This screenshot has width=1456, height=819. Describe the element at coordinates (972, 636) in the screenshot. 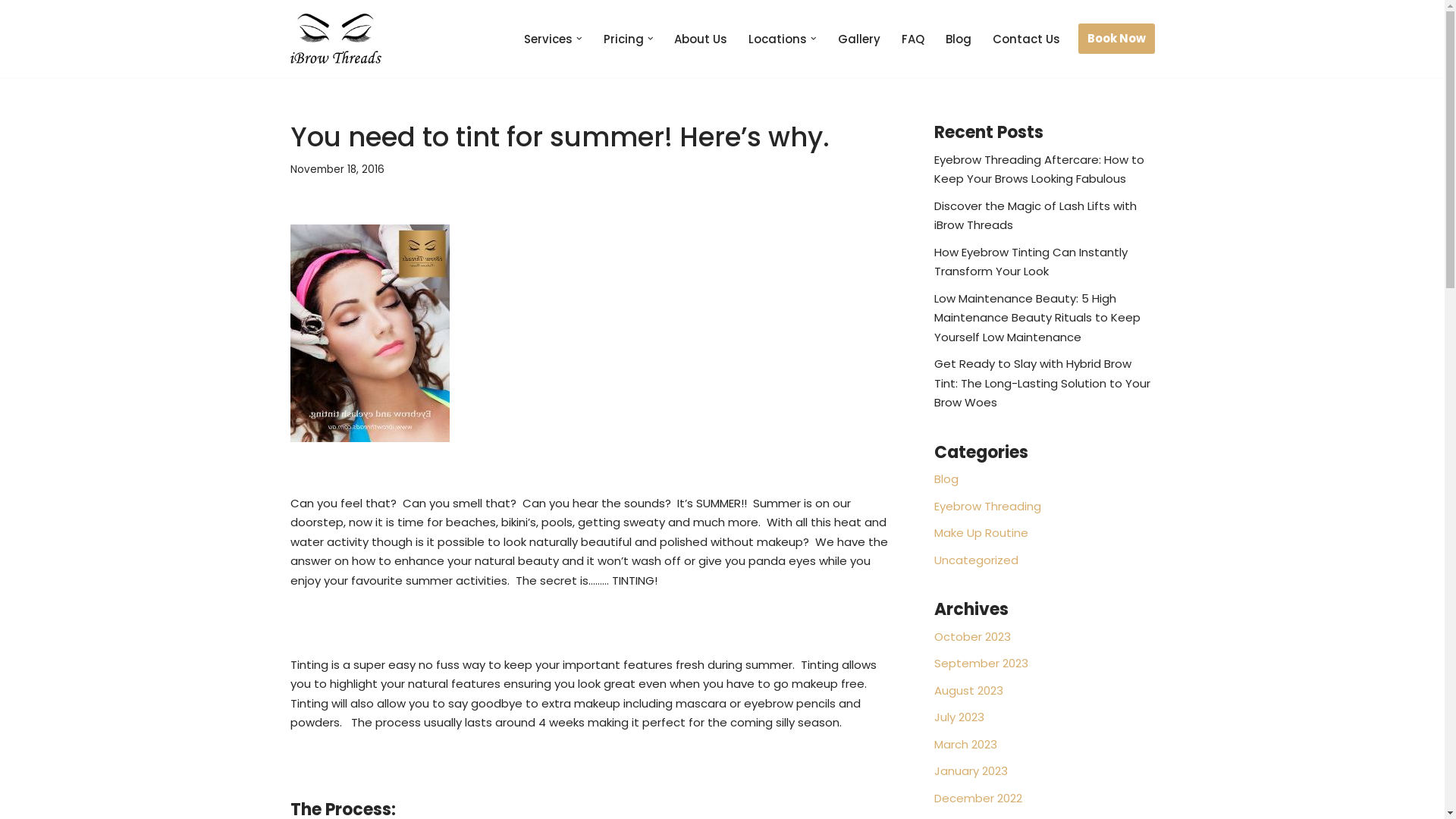

I see `'October 2023'` at that location.